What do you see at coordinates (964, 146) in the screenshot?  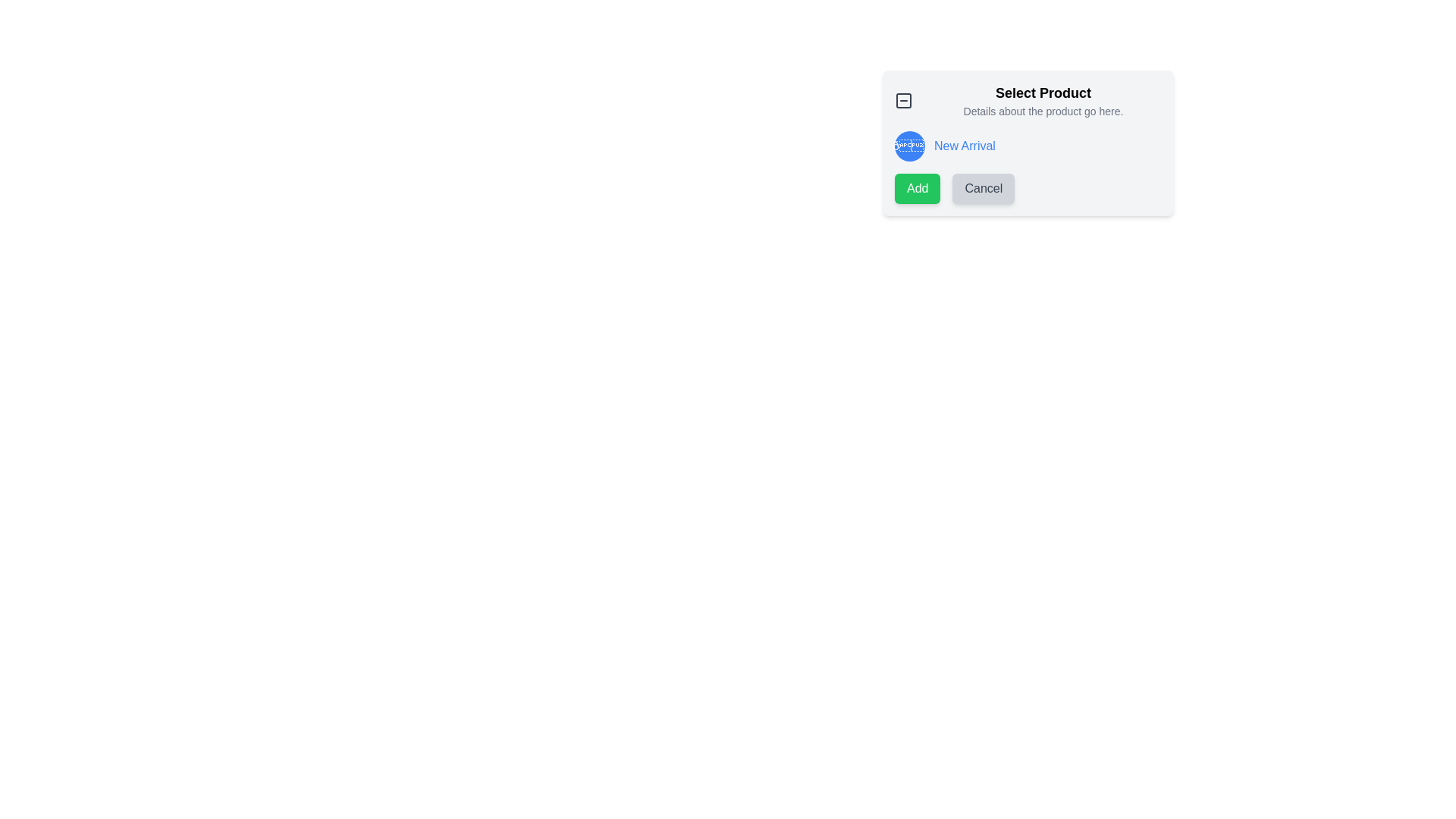 I see `the 'New Arrival' text label which is displayed in a medium-sized, blue font, located to the right of a circular blue icon in the 'Select Product' box` at bounding box center [964, 146].